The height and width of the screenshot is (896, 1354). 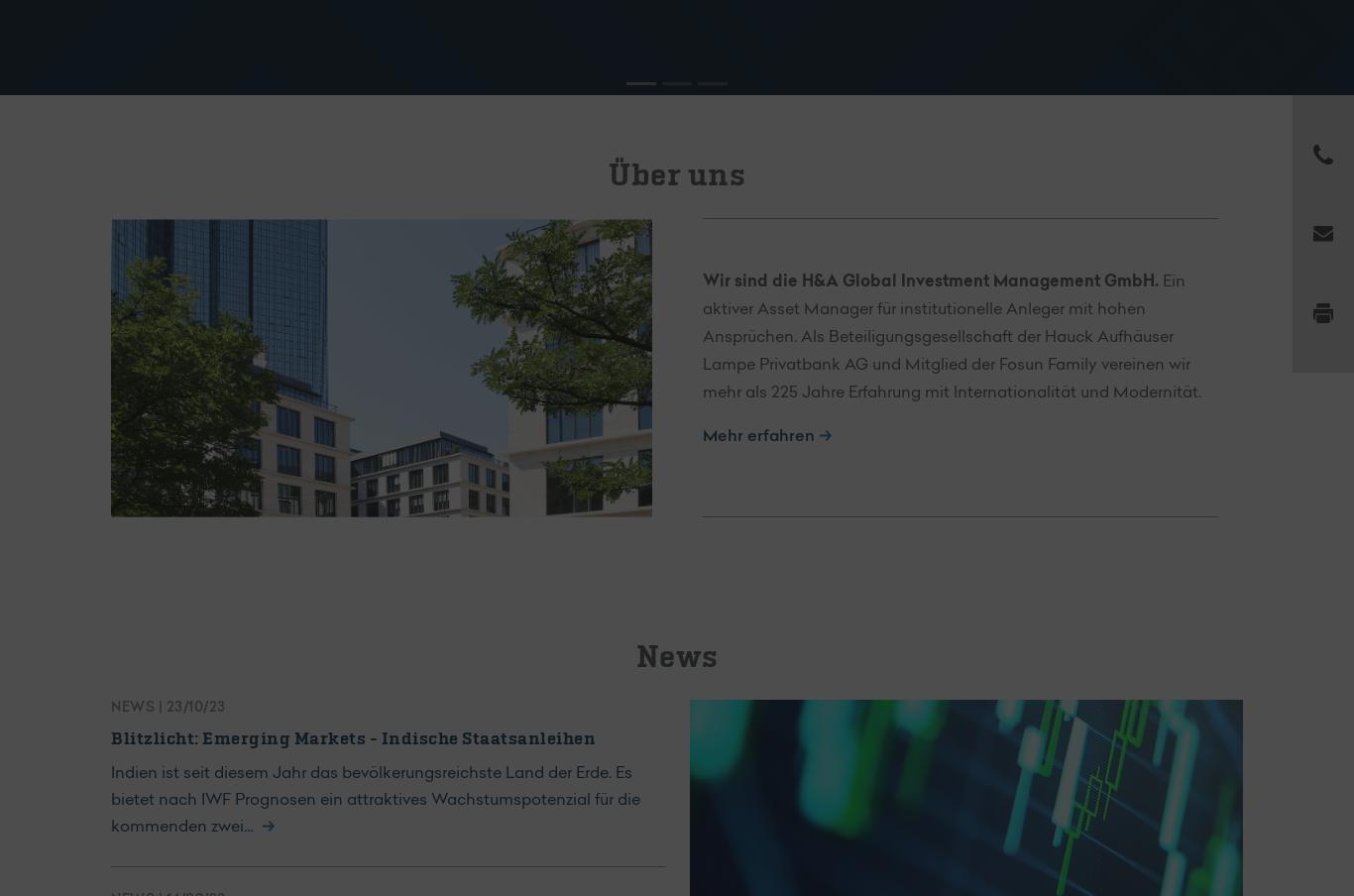 What do you see at coordinates (317, 828) in the screenshot?
I see `'Read more'` at bounding box center [317, 828].